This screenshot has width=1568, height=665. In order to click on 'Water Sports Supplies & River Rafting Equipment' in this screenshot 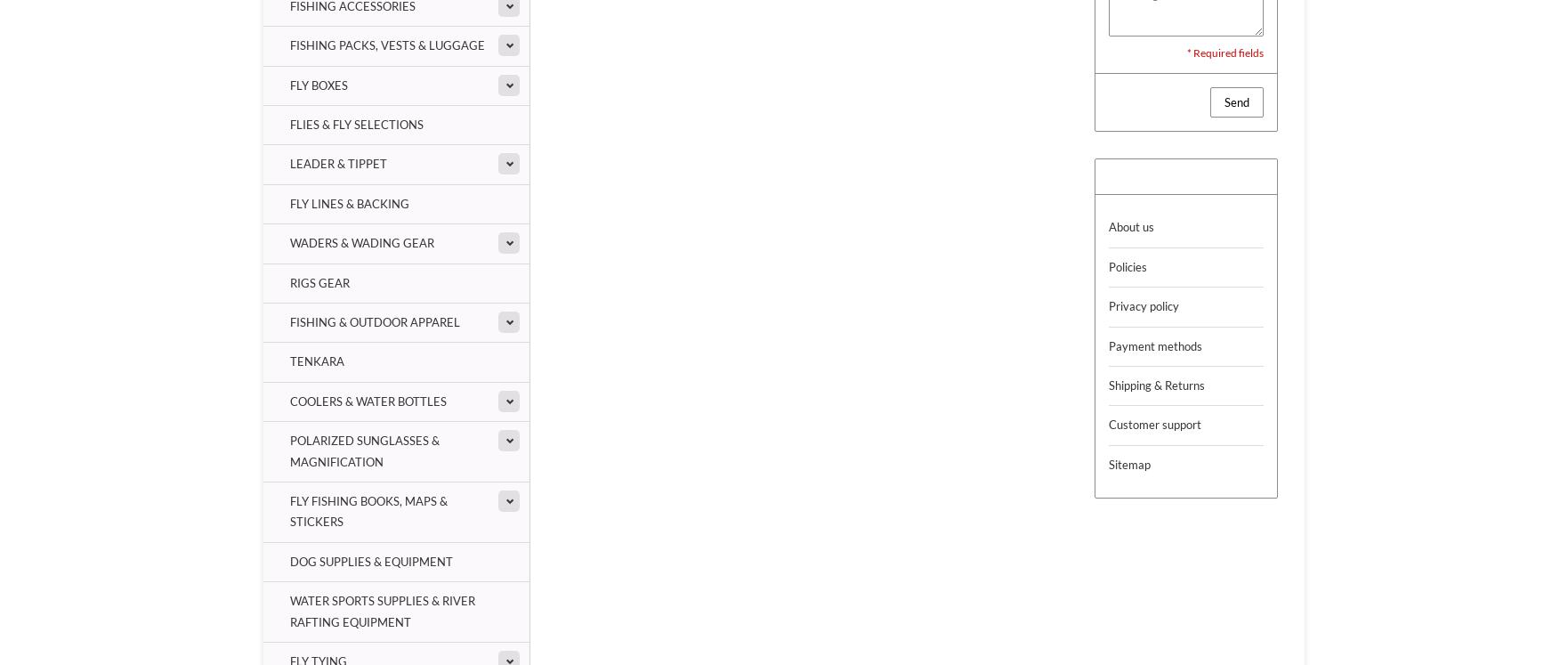, I will do `click(382, 611)`.